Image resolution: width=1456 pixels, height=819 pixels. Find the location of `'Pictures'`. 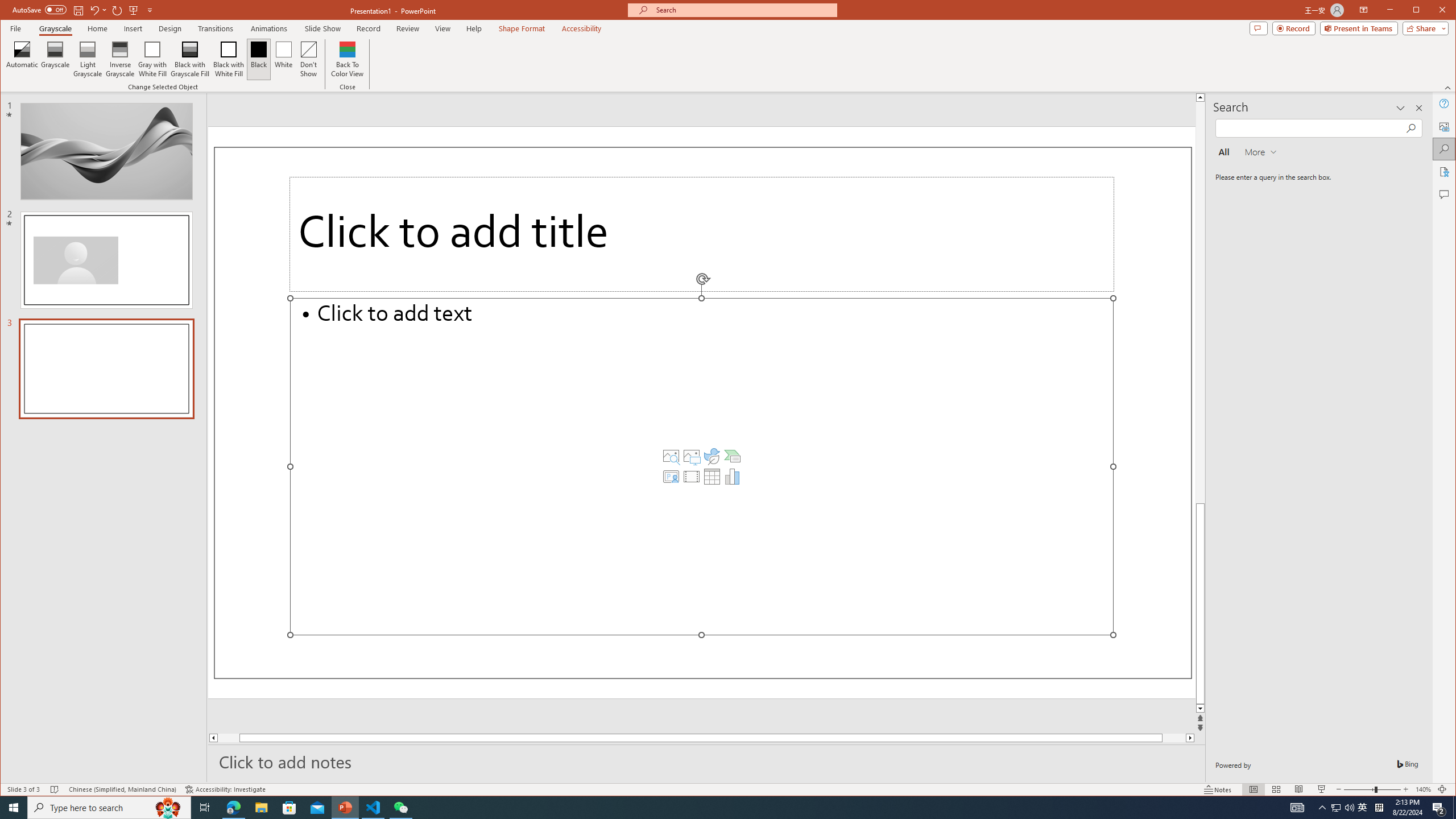

'Pictures' is located at coordinates (691, 456).